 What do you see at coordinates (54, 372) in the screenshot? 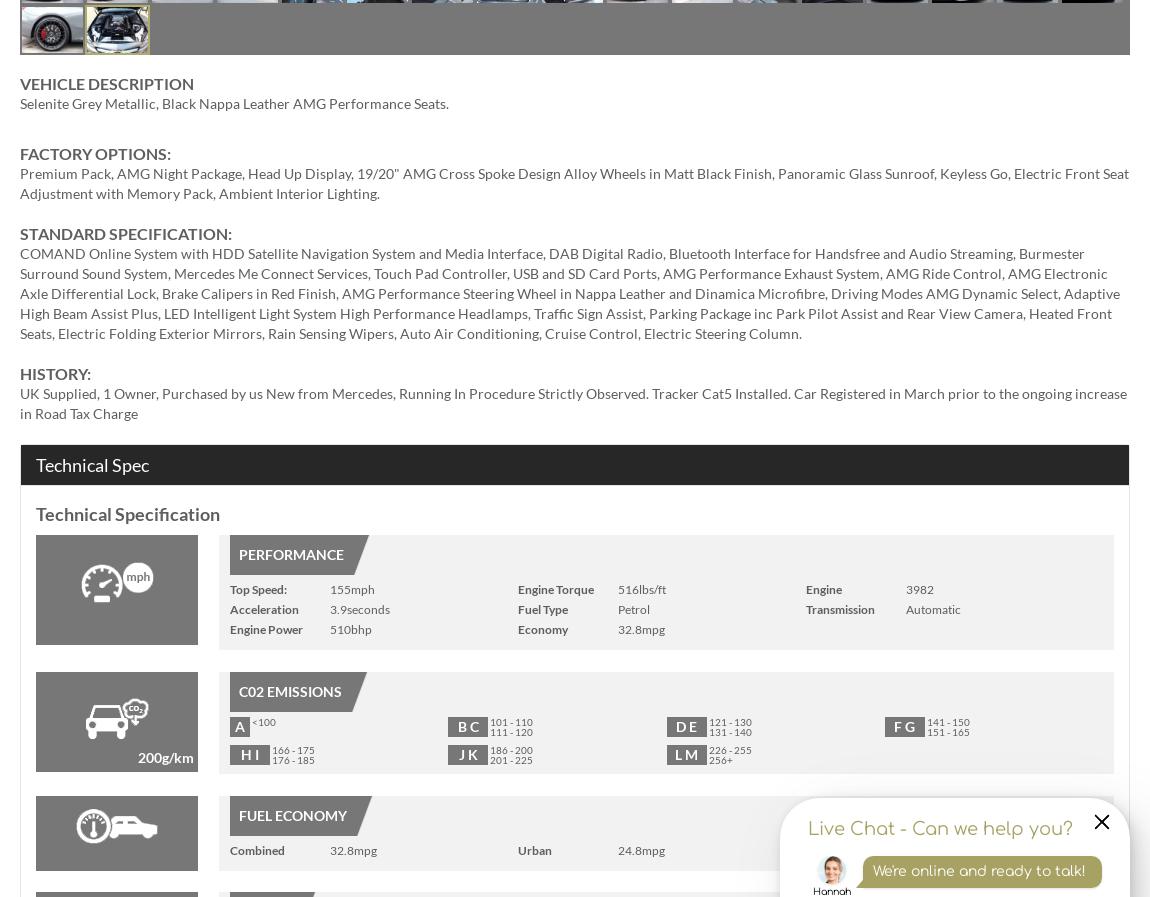
I see `'HISTORY:'` at bounding box center [54, 372].